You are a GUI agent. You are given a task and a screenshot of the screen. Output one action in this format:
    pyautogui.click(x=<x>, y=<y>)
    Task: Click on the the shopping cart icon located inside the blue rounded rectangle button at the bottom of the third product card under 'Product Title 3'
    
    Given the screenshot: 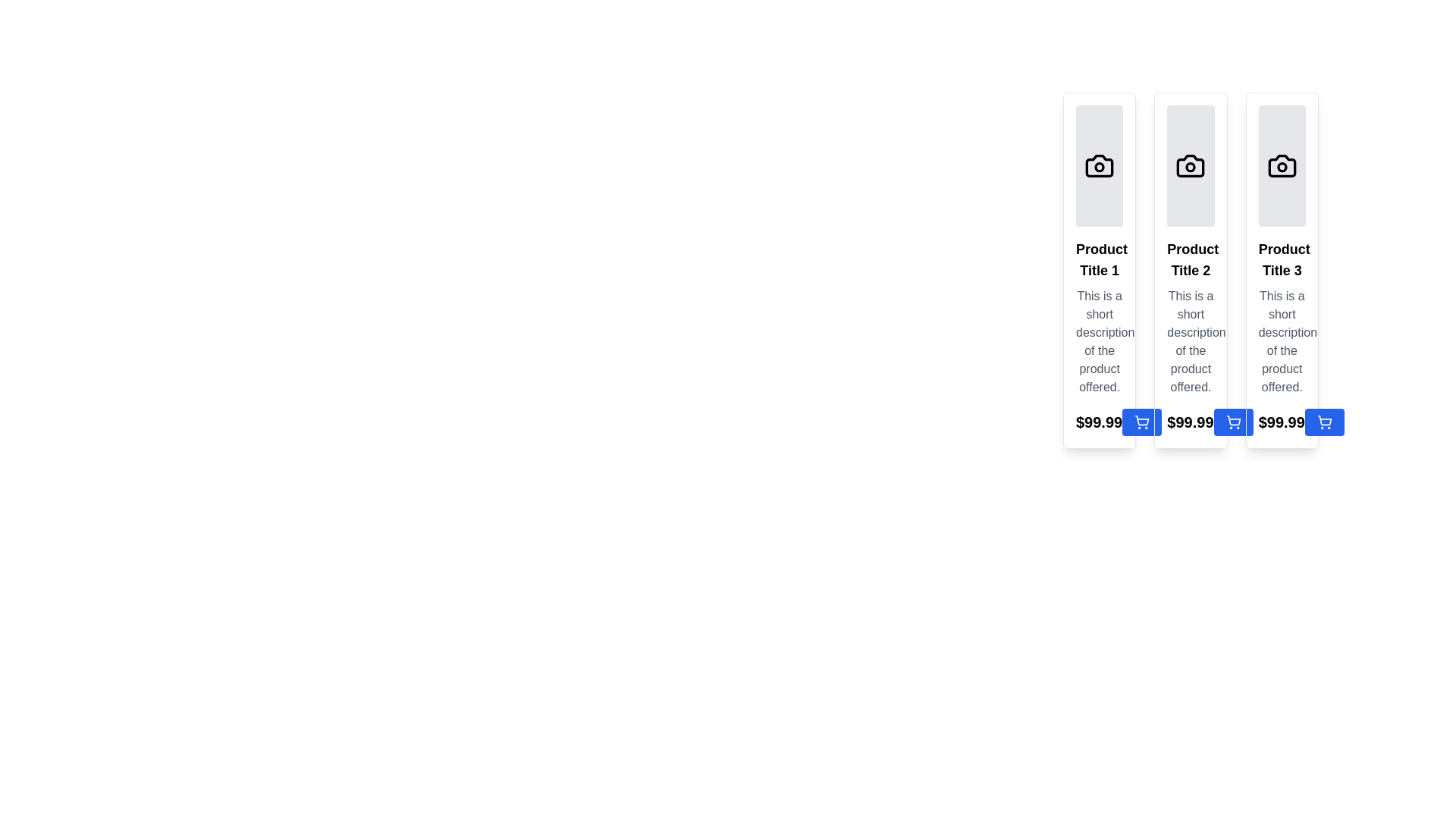 What is the action you would take?
    pyautogui.click(x=1323, y=422)
    